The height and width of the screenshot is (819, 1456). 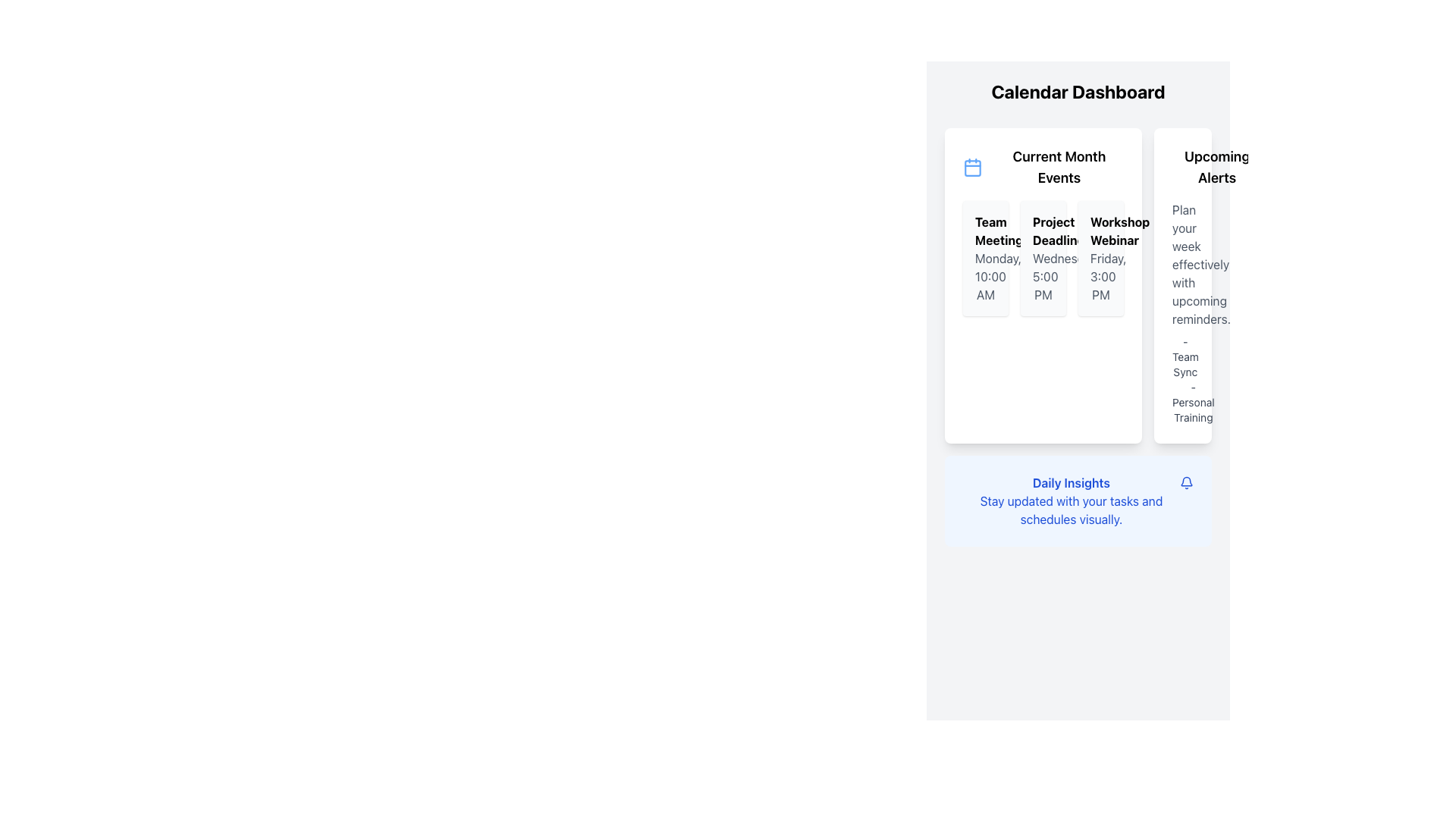 What do you see at coordinates (972, 168) in the screenshot?
I see `the inner squared area of the calendar icon located in the top-left corner of the 'Current Month Events' section` at bounding box center [972, 168].